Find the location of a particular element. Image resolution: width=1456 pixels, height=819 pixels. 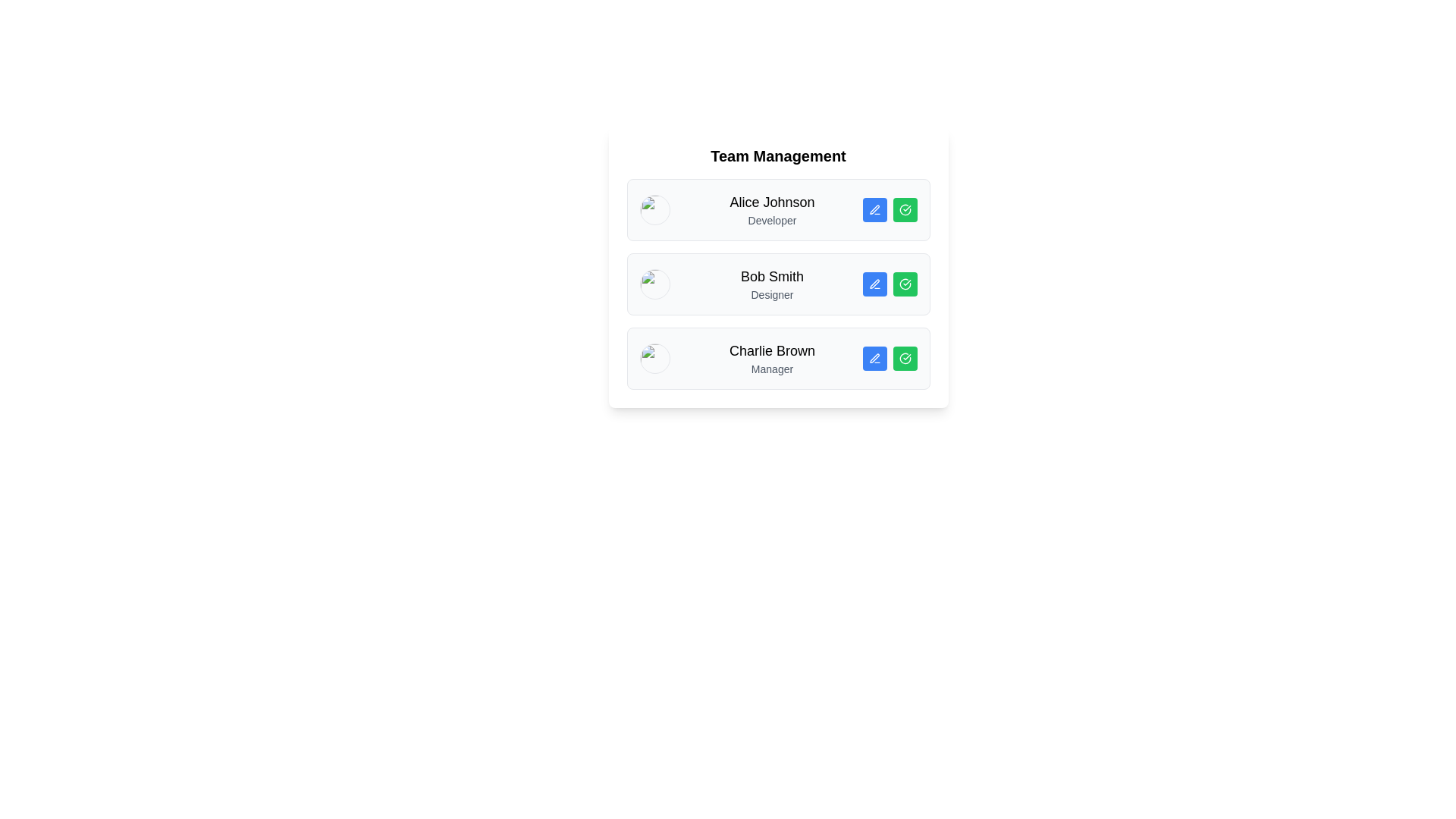

the text label displaying 'Manager', which is styled in a smaller gray font and positioned directly below 'Charlie Brown' in the list item is located at coordinates (772, 369).